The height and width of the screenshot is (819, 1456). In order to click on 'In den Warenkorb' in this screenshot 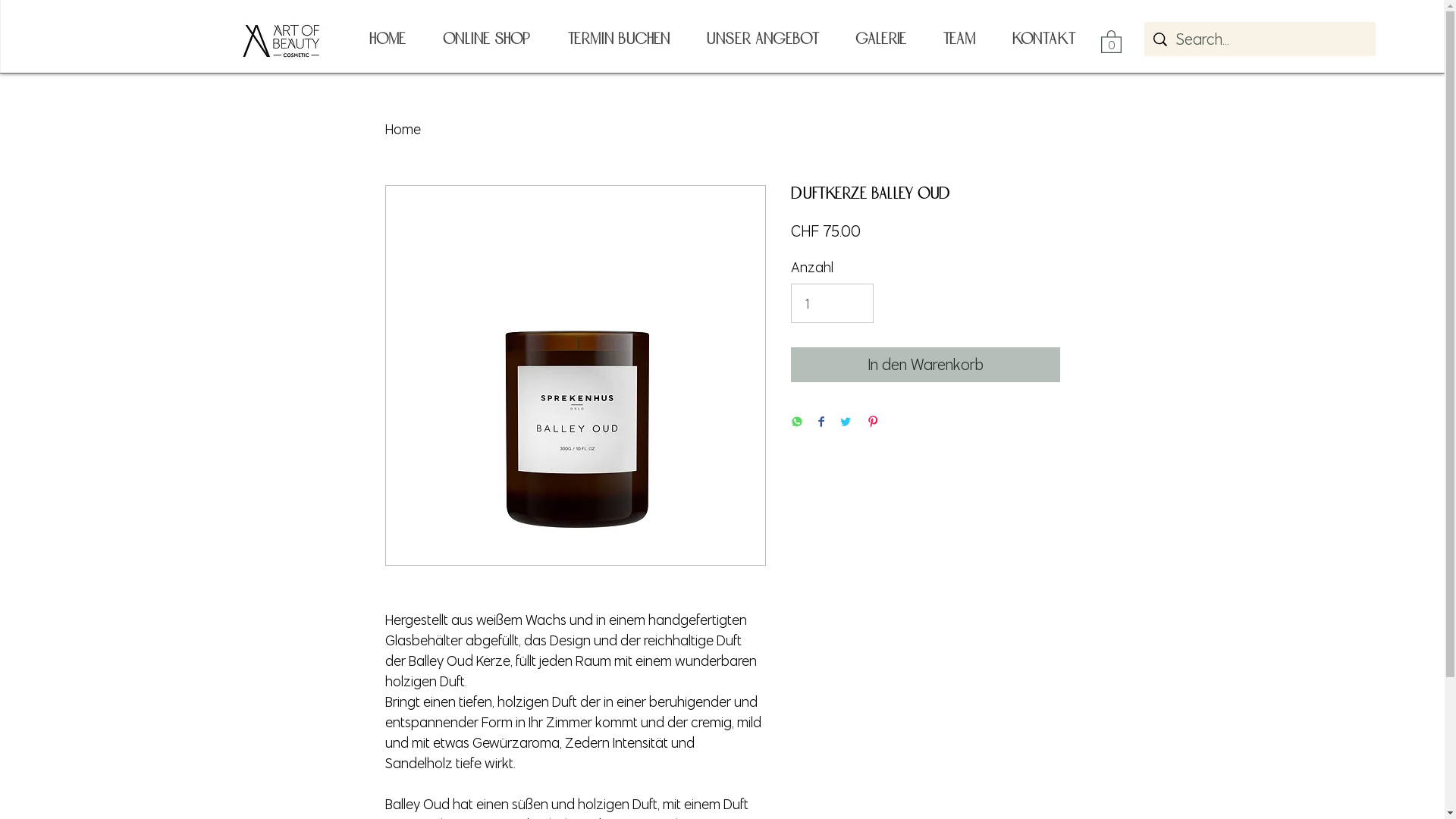, I will do `click(924, 365)`.